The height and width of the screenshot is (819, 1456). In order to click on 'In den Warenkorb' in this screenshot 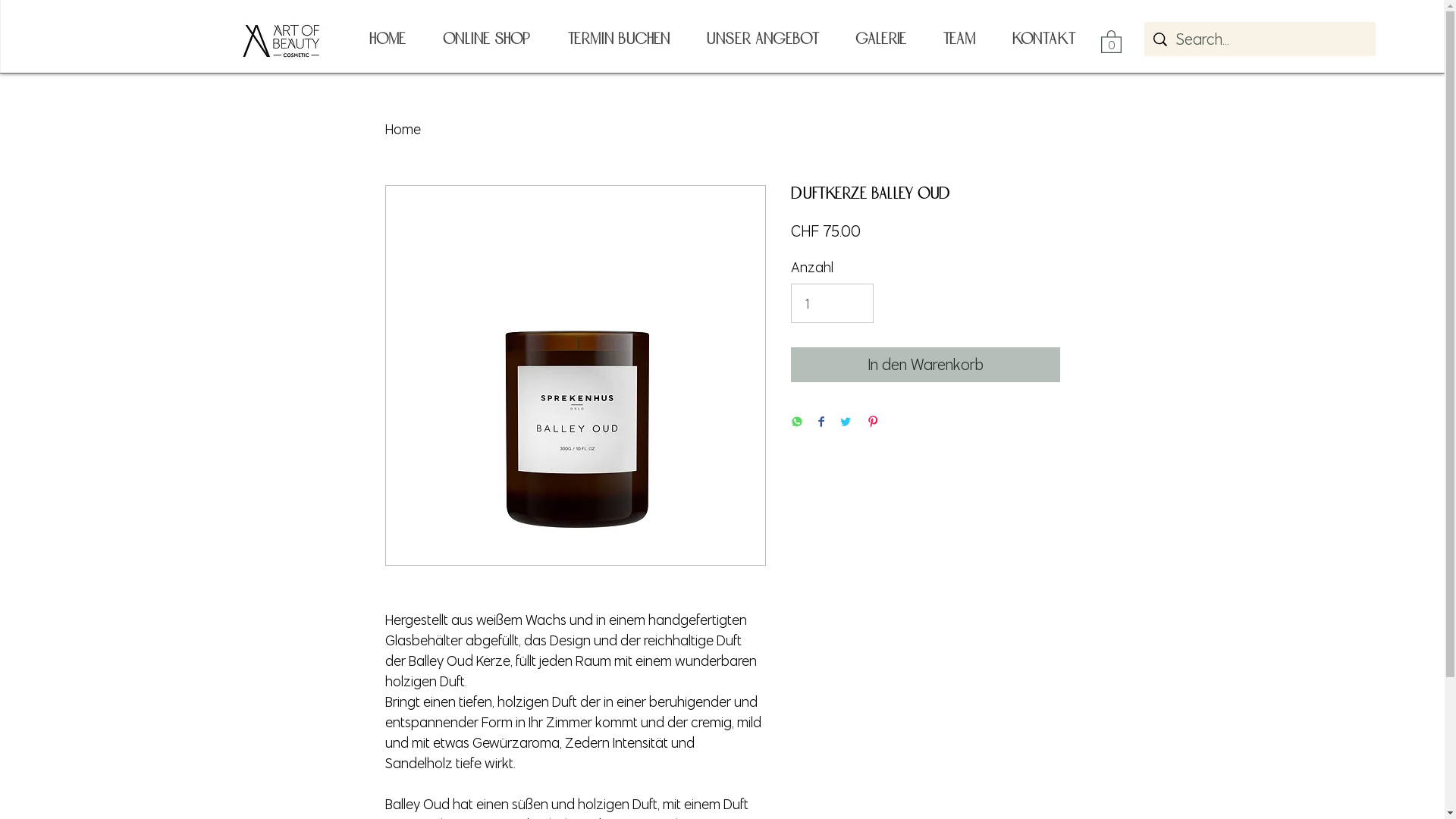, I will do `click(924, 365)`.